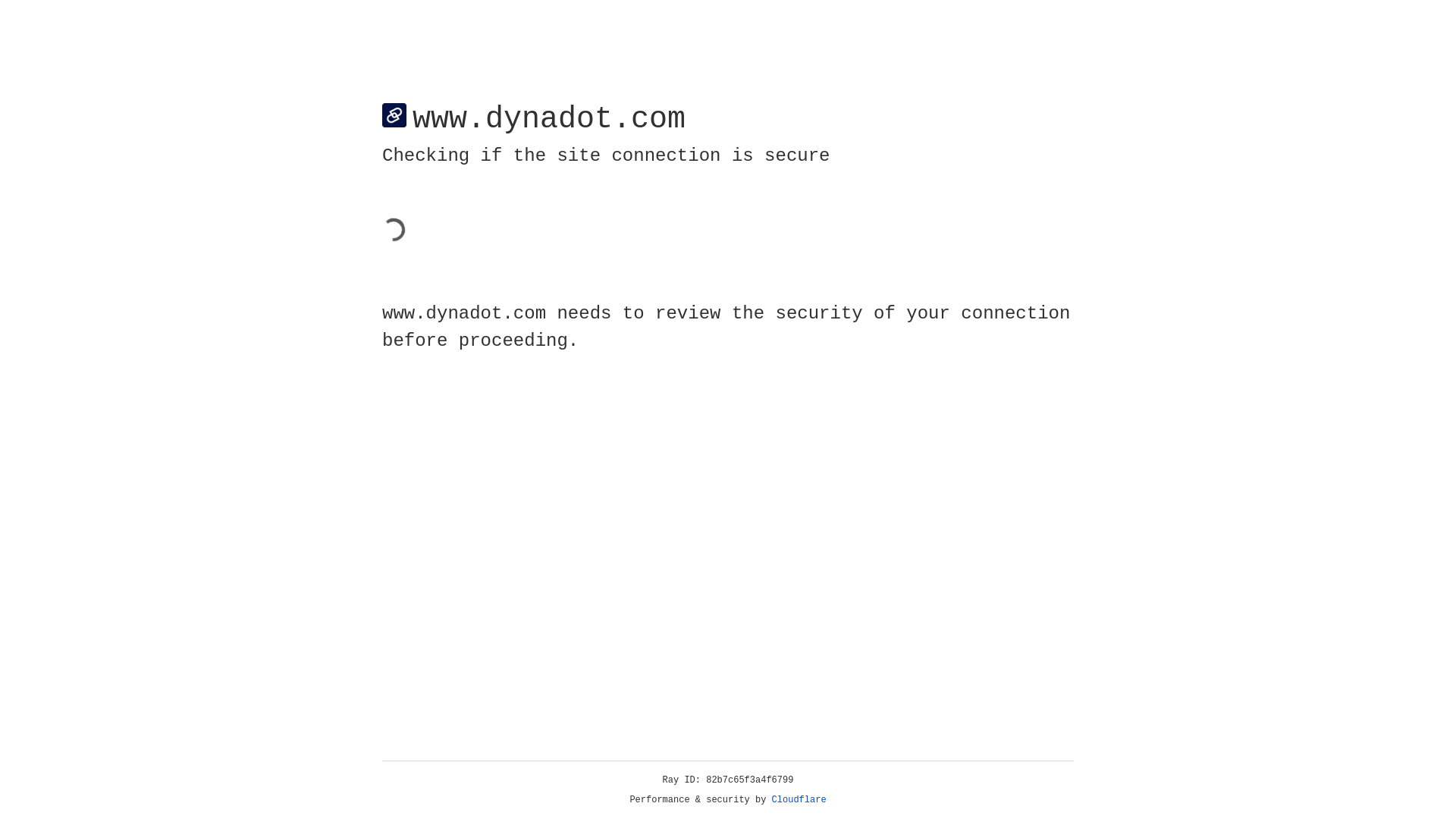 The width and height of the screenshot is (1456, 819). What do you see at coordinates (799, 799) in the screenshot?
I see `'Cloudflare'` at bounding box center [799, 799].